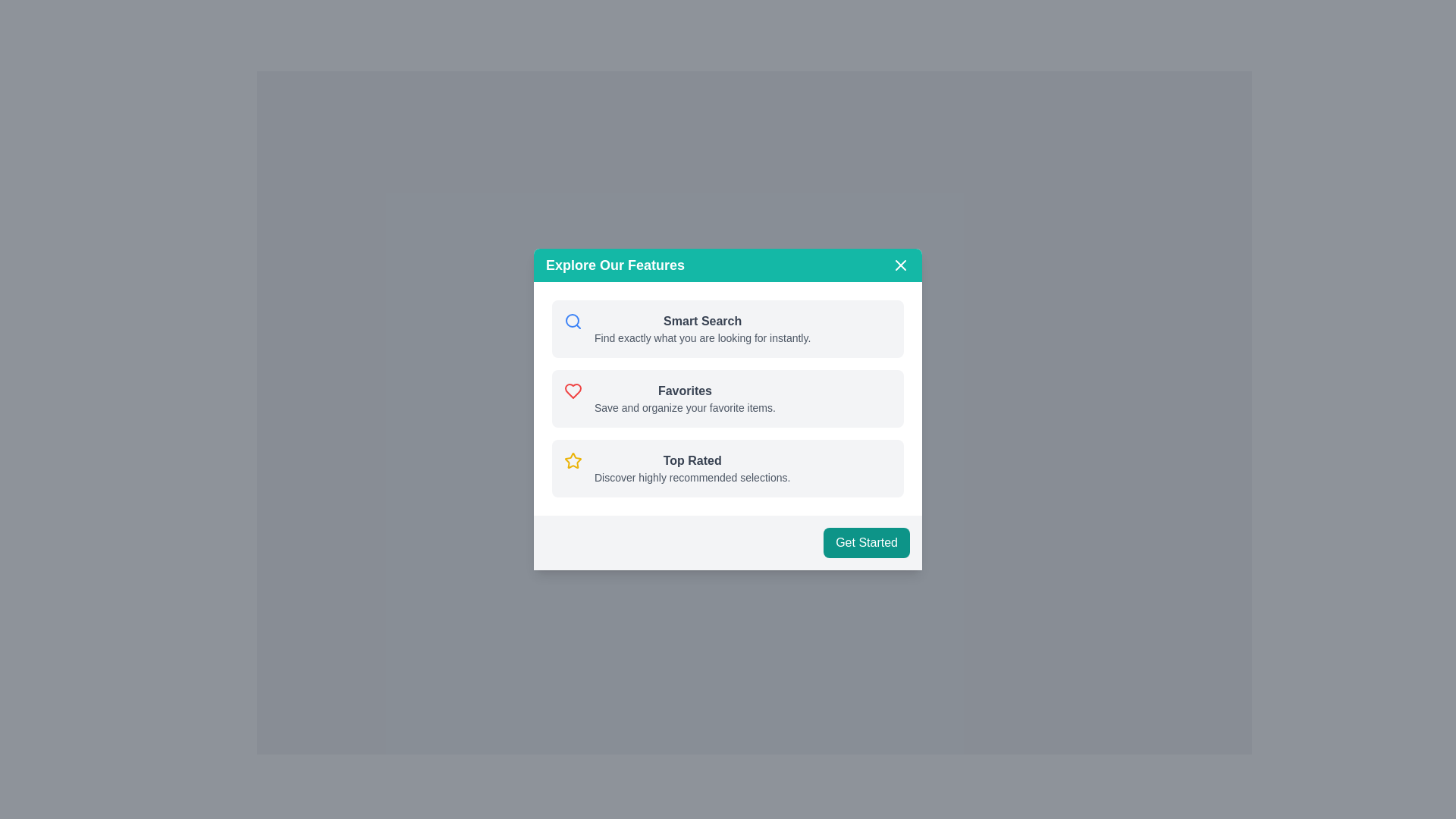 The image size is (1456, 819). Describe the element at coordinates (728, 397) in the screenshot. I see `the Informational panel that displays a feature list, located under the 'Explore Our Features' header and above the 'Get Started' button, to enable additional interaction options` at that location.